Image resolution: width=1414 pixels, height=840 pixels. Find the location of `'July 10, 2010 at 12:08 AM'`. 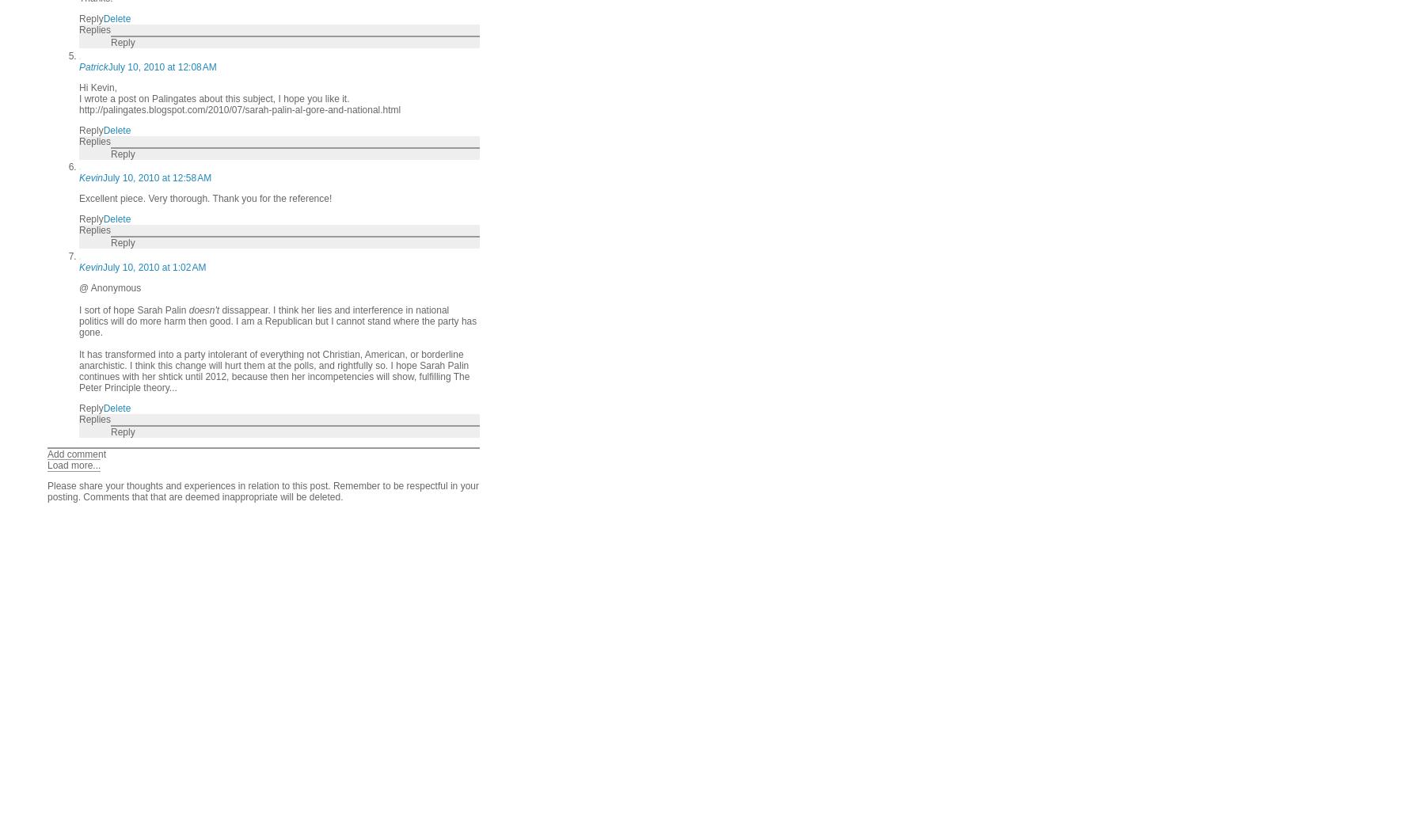

'July 10, 2010 at 12:08 AM' is located at coordinates (161, 67).